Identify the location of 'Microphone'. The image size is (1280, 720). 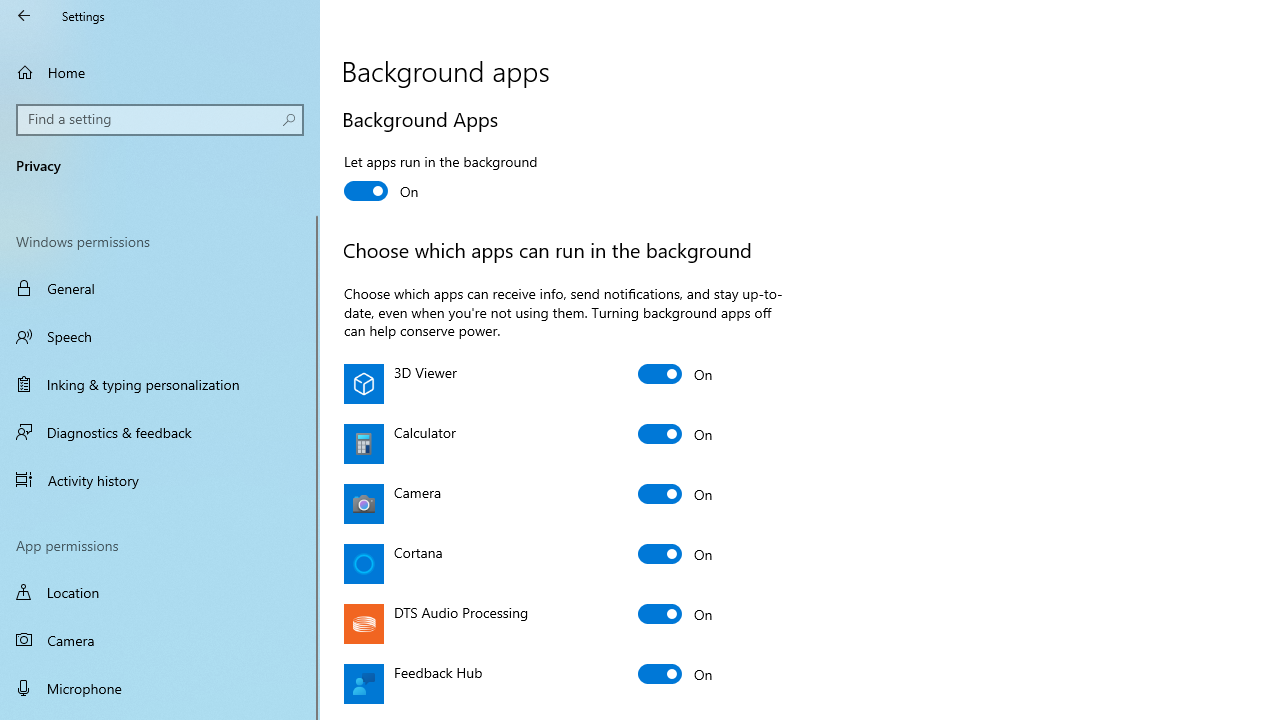
(160, 686).